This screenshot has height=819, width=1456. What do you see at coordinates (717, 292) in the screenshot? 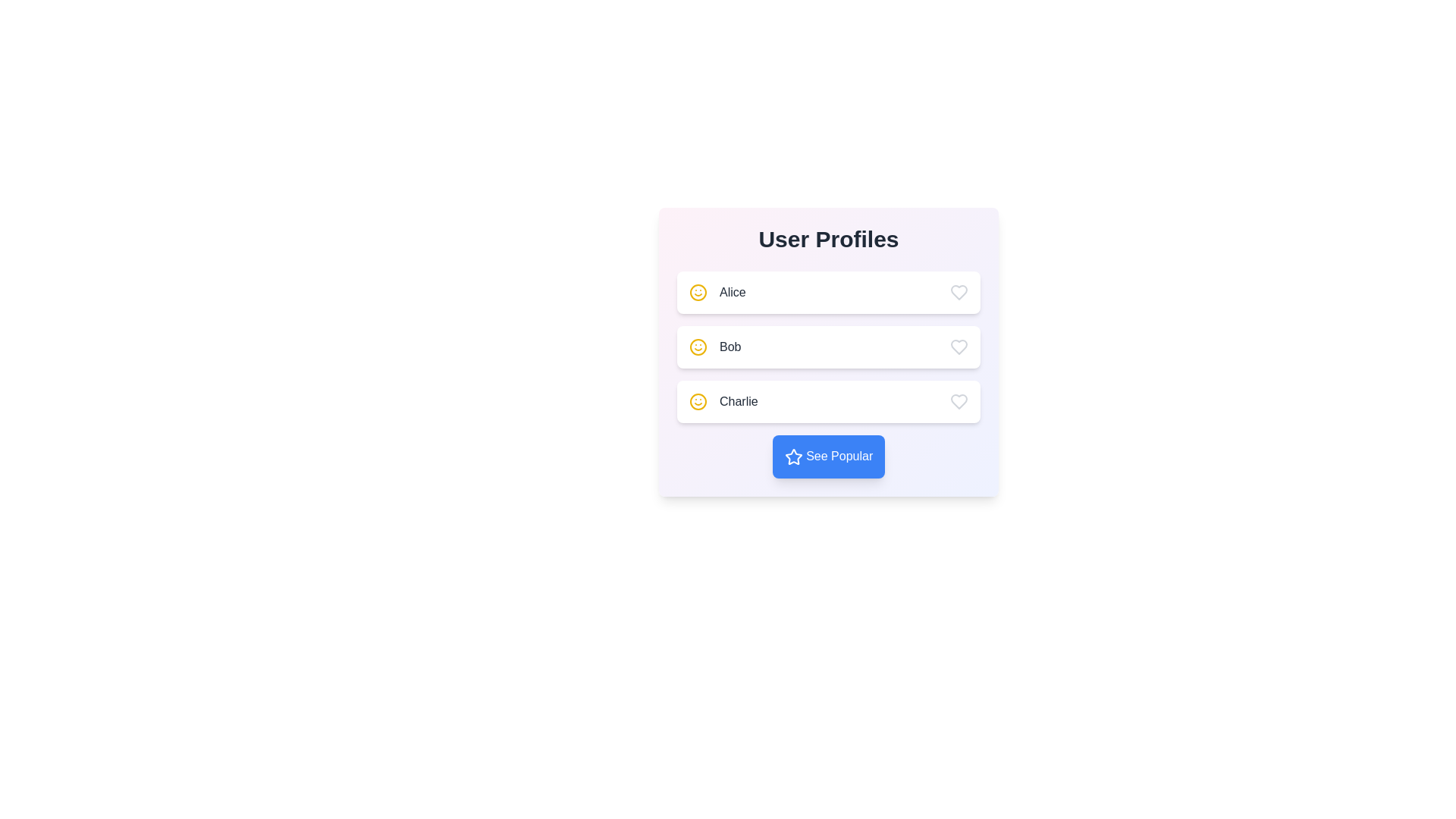
I see `the top-most user profile entry for Alice, which includes a smiling face icon` at bounding box center [717, 292].